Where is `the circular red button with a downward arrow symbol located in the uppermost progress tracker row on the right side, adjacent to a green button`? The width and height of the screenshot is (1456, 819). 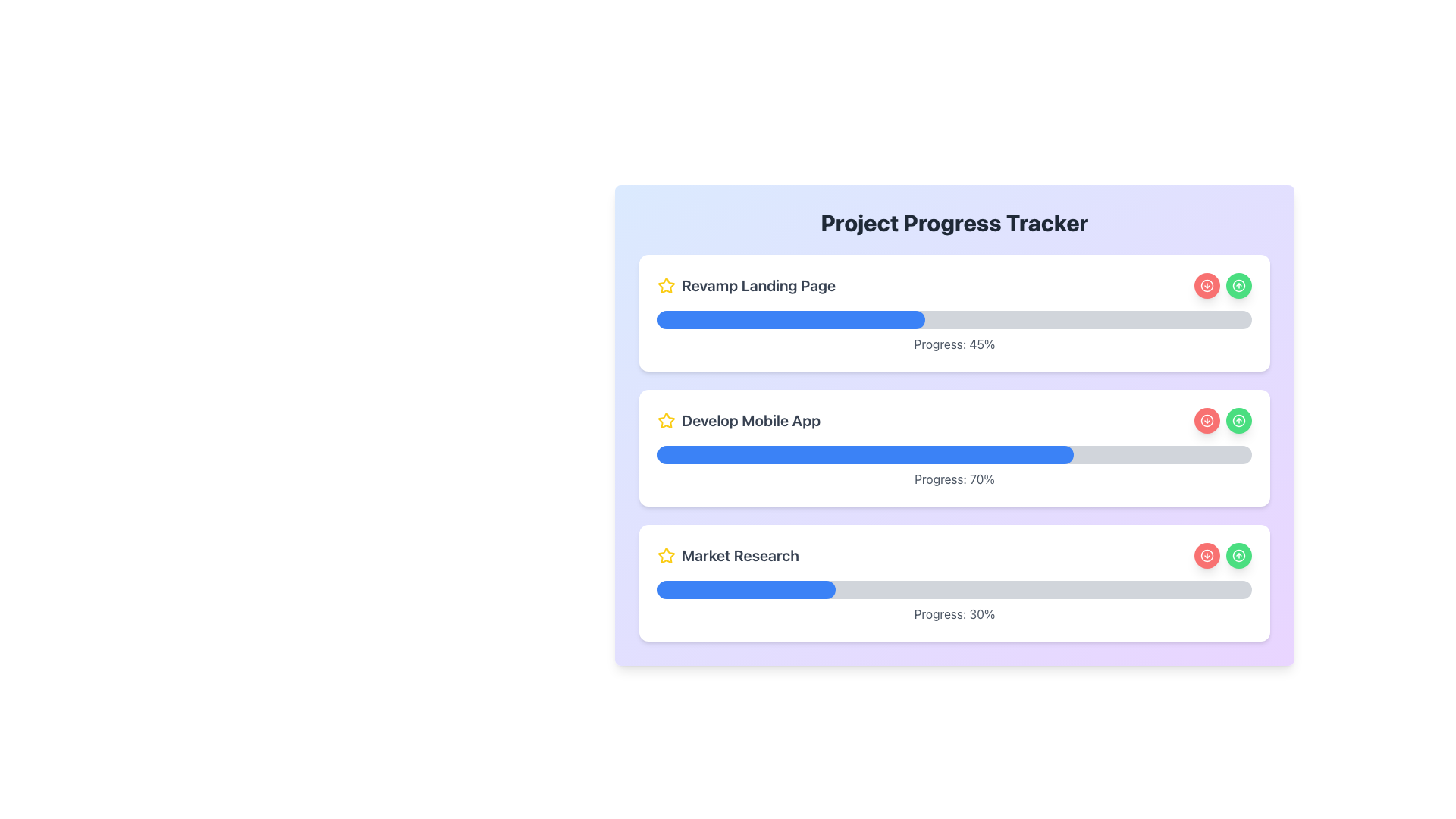
the circular red button with a downward arrow symbol located in the uppermost progress tracker row on the right side, adjacent to a green button is located at coordinates (1207, 286).